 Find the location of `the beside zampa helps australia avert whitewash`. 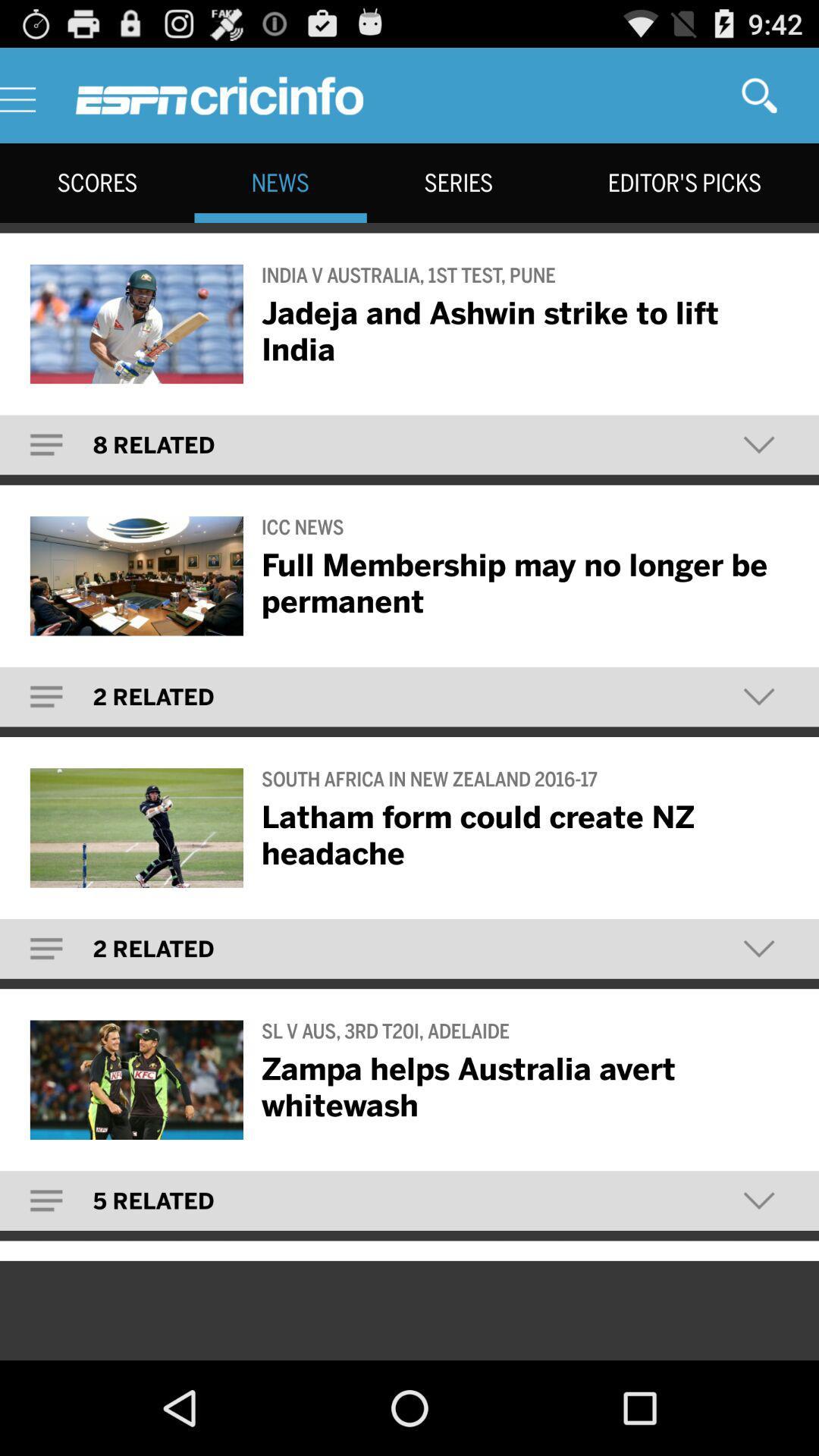

the beside zampa helps australia avert whitewash is located at coordinates (136, 1079).